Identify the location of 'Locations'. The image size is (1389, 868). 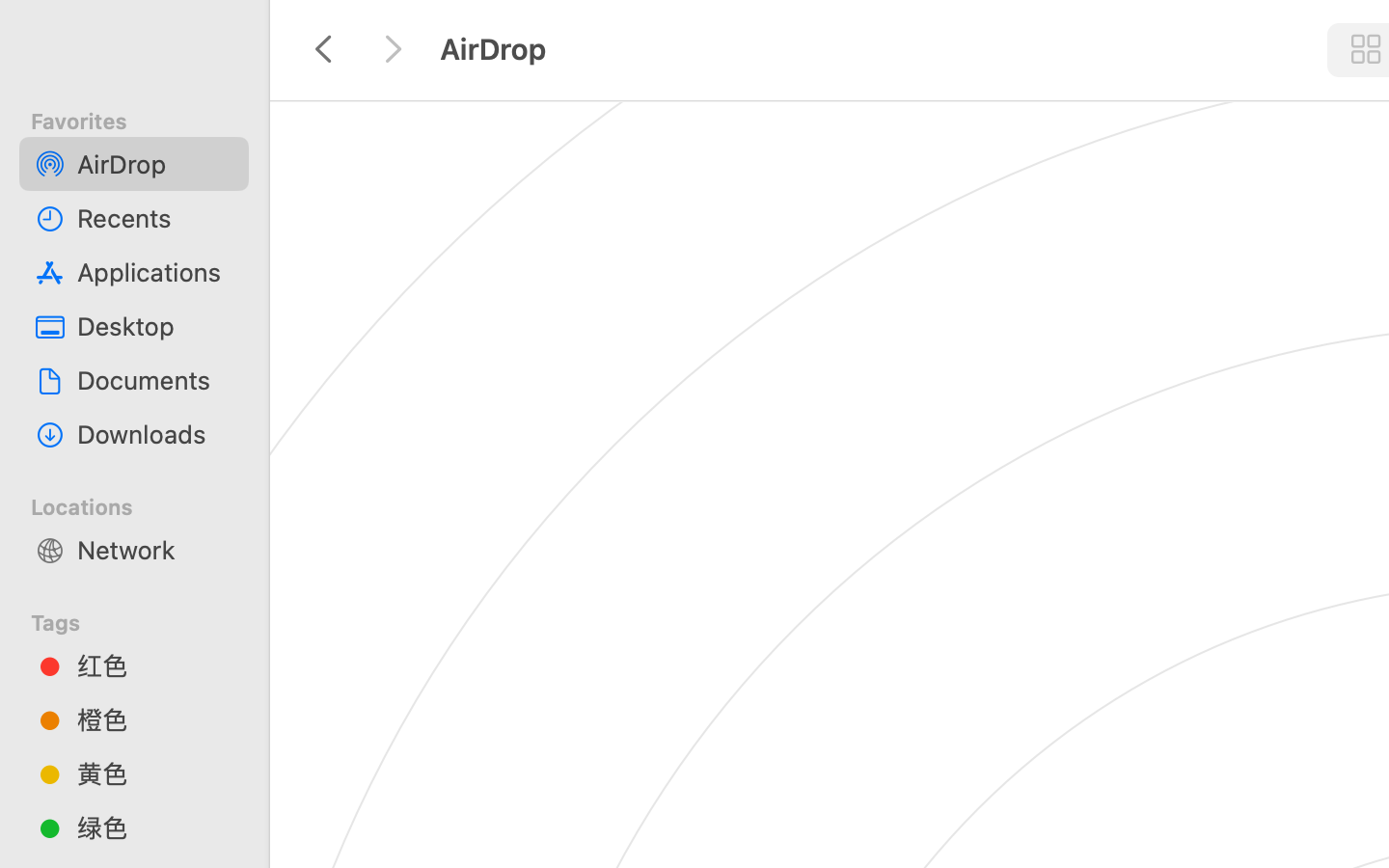
(145, 502).